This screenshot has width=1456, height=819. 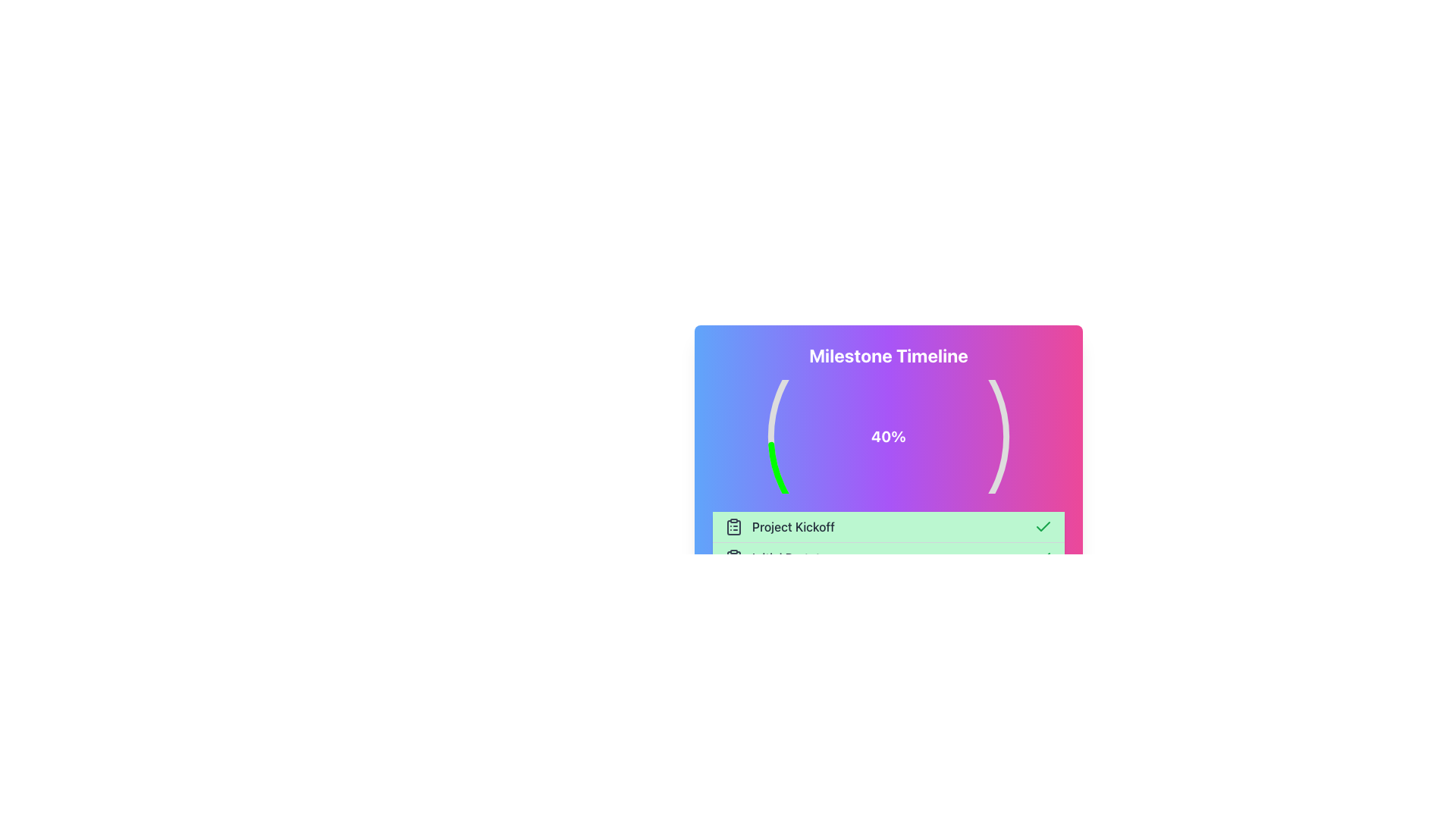 What do you see at coordinates (888, 356) in the screenshot?
I see `text from the text-based heading located at the top of the milestone section, which provides context to the timeline and progress representation` at bounding box center [888, 356].